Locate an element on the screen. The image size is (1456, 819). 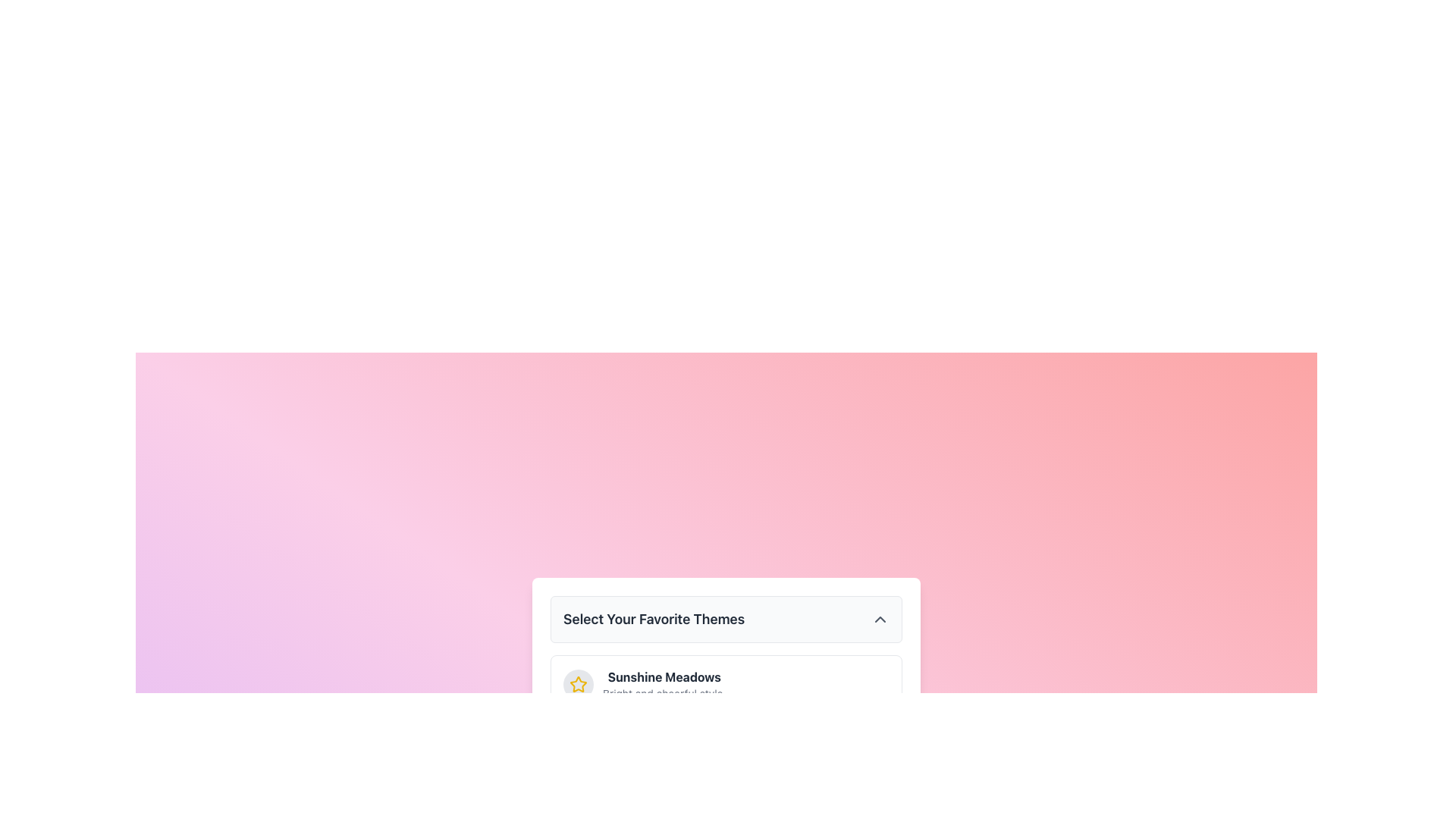
the List item with a star icon on the left and text 'Sunshine Meadows' in bold and dark gray, followed by 'Bright and cheerful style.' in lighter gray is located at coordinates (645, 684).